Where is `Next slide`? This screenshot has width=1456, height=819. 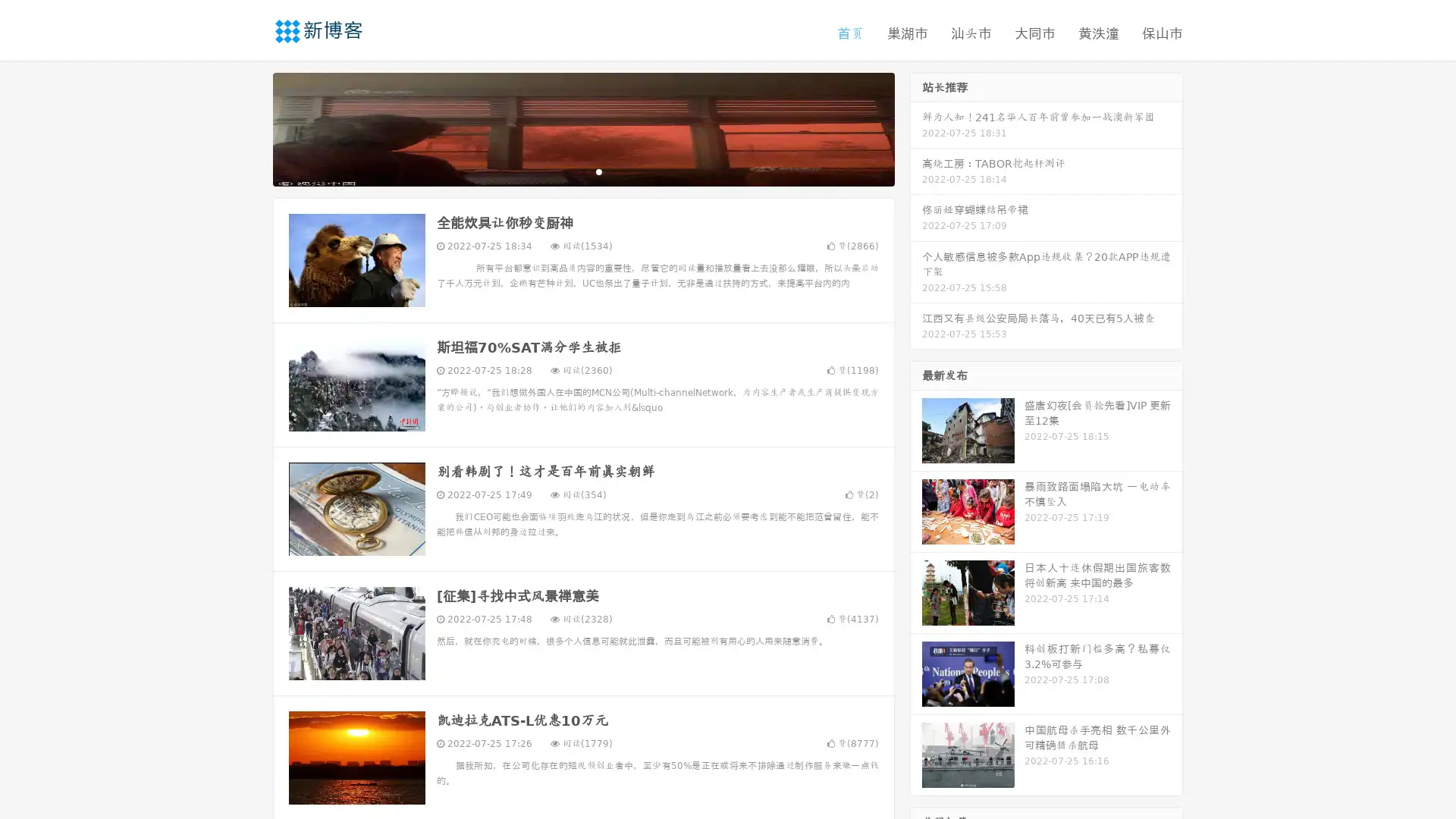 Next slide is located at coordinates (916, 127).